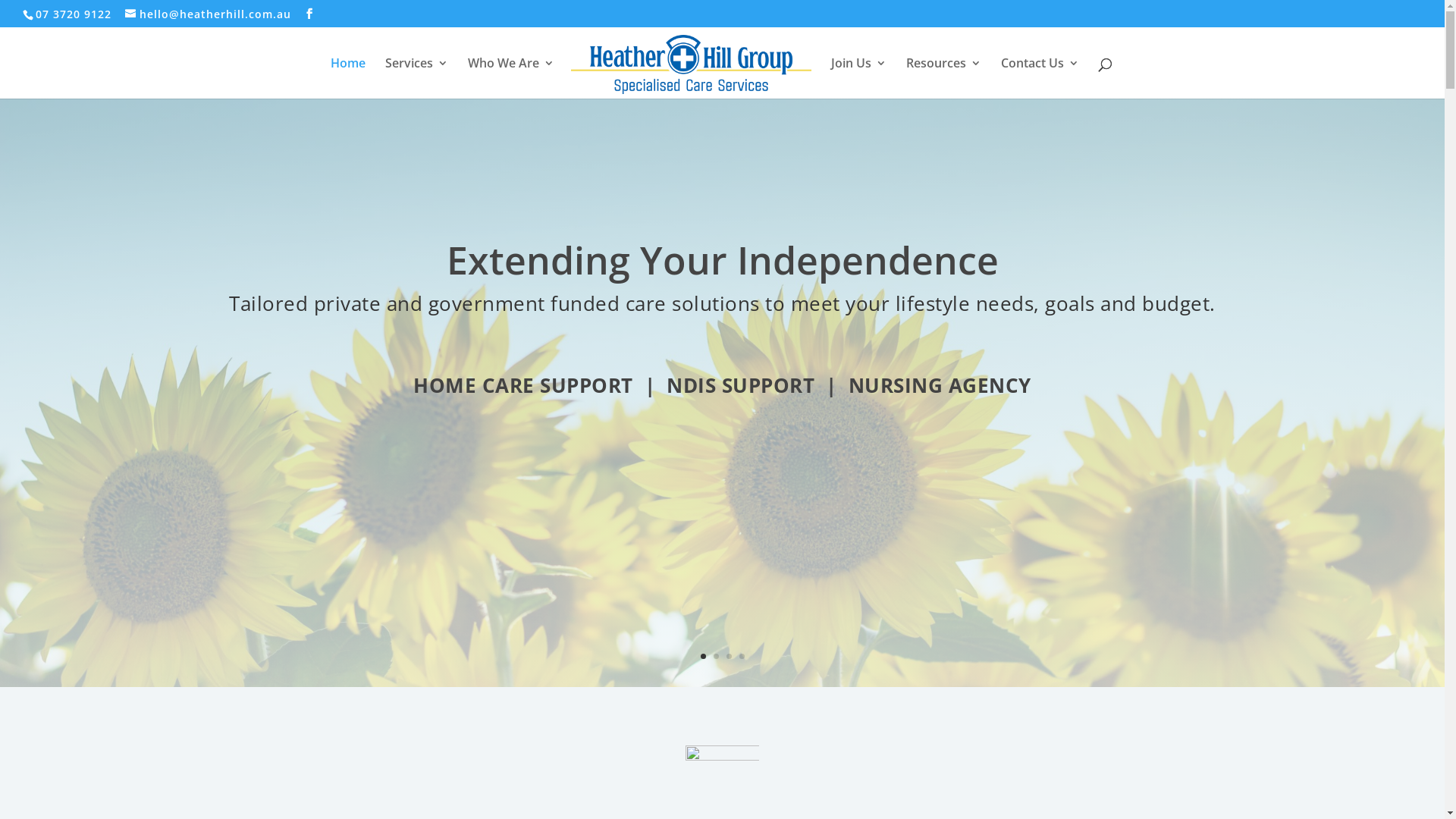  Describe the element at coordinates (1039, 78) in the screenshot. I see `'Contact Us'` at that location.